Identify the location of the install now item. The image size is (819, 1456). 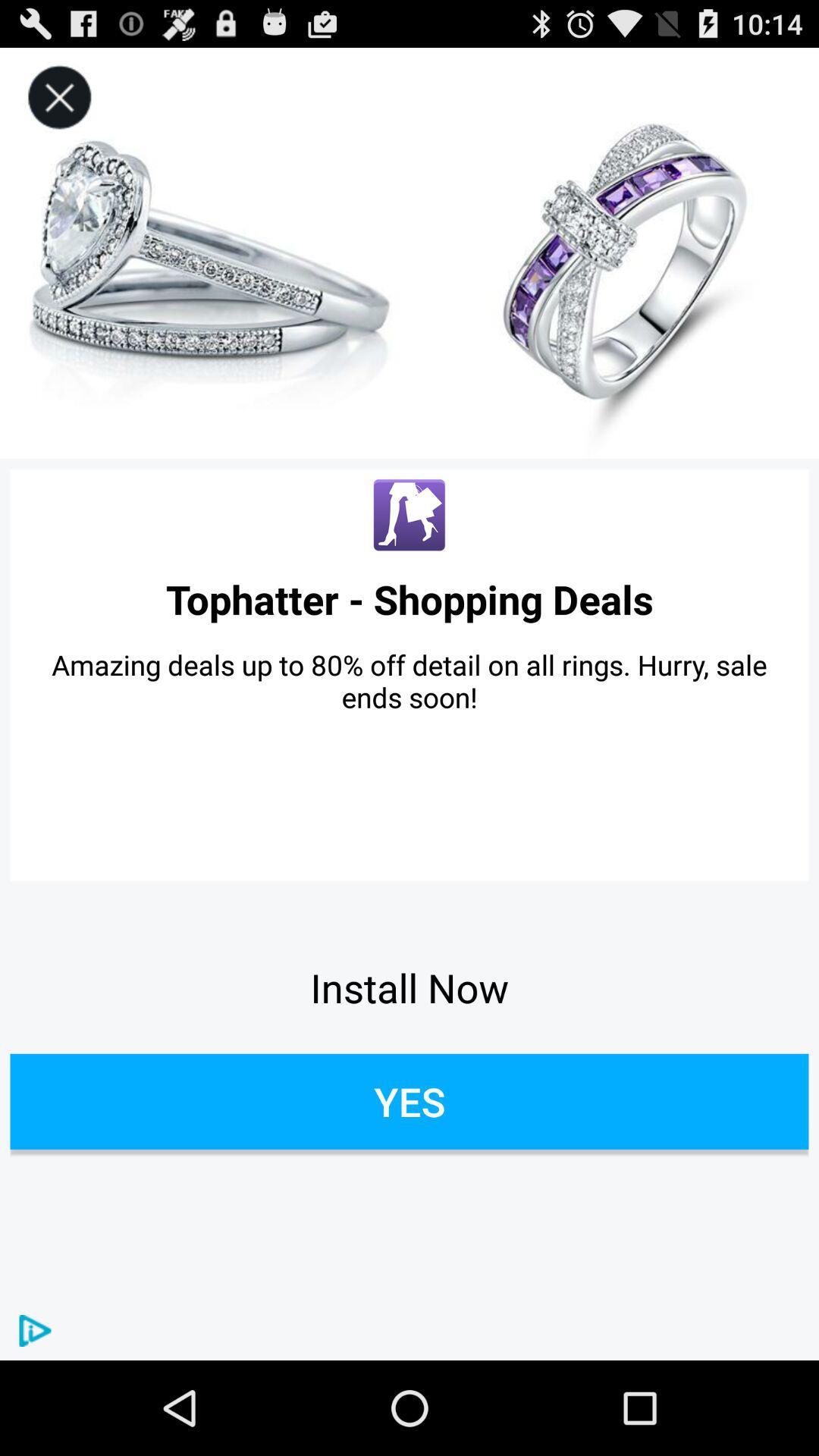
(409, 987).